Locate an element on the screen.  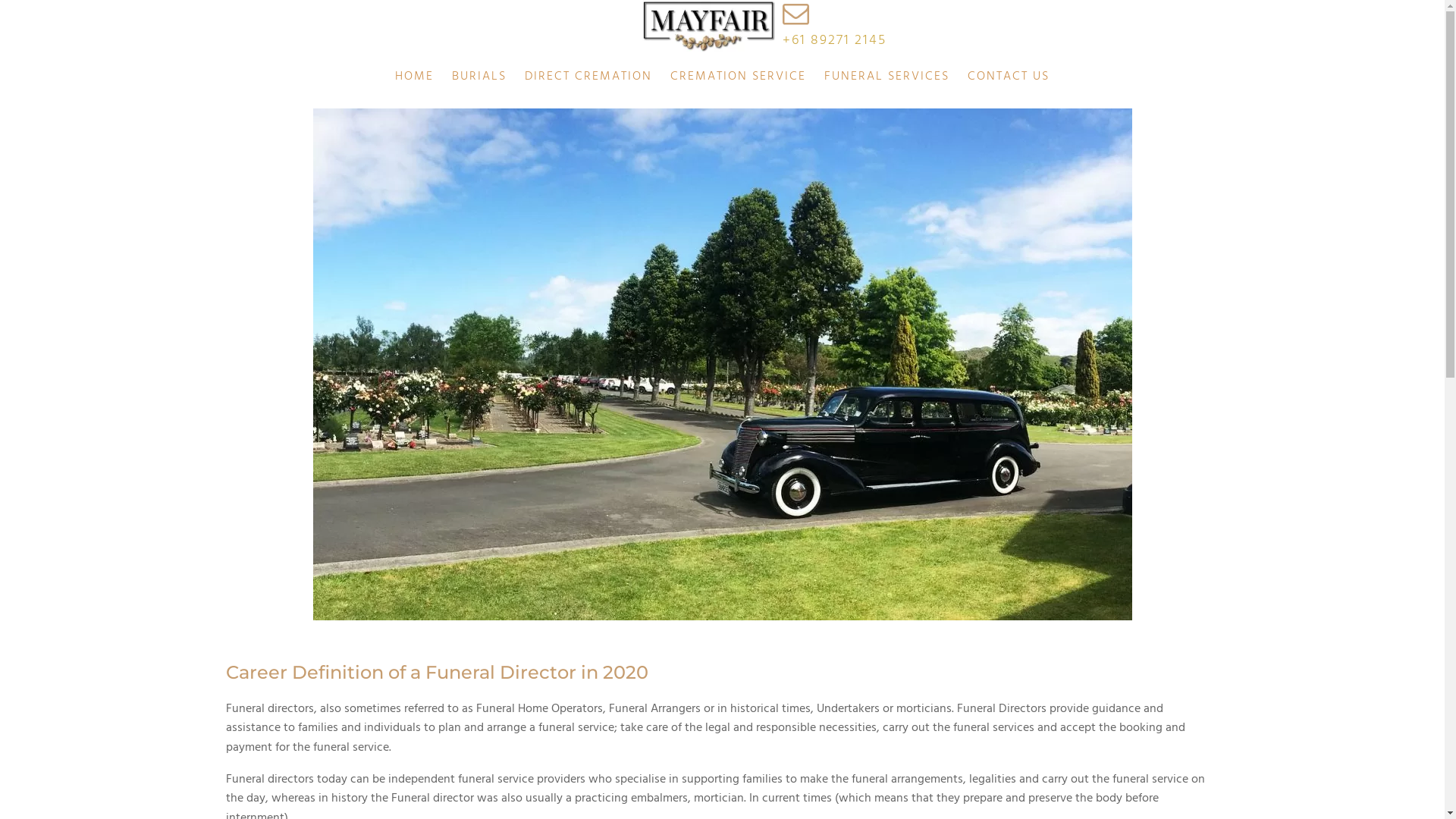
'+61 89271 2145' is located at coordinates (833, 40).